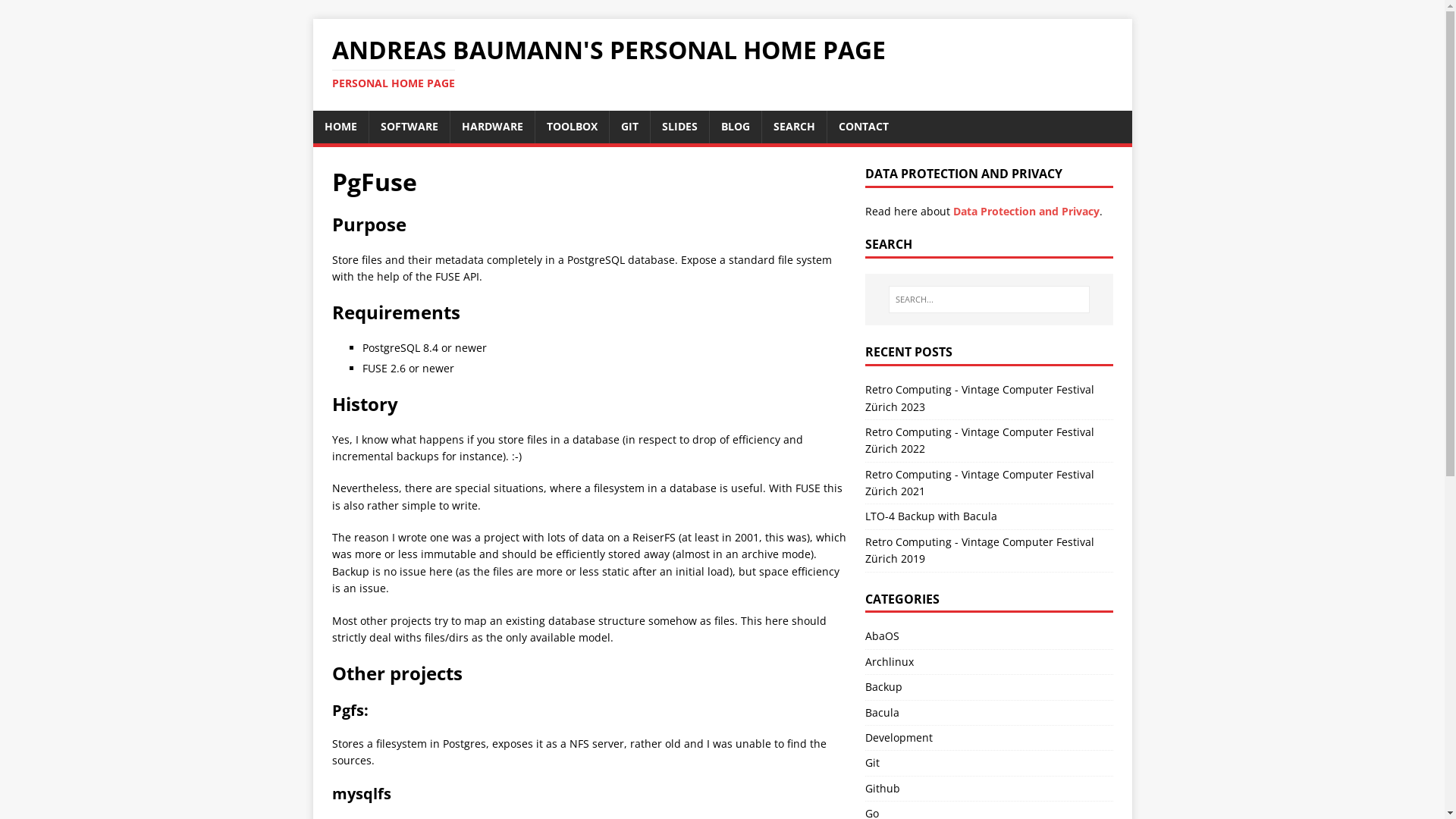 The height and width of the screenshot is (819, 1456). I want to click on 'CONTACT', so click(862, 125).